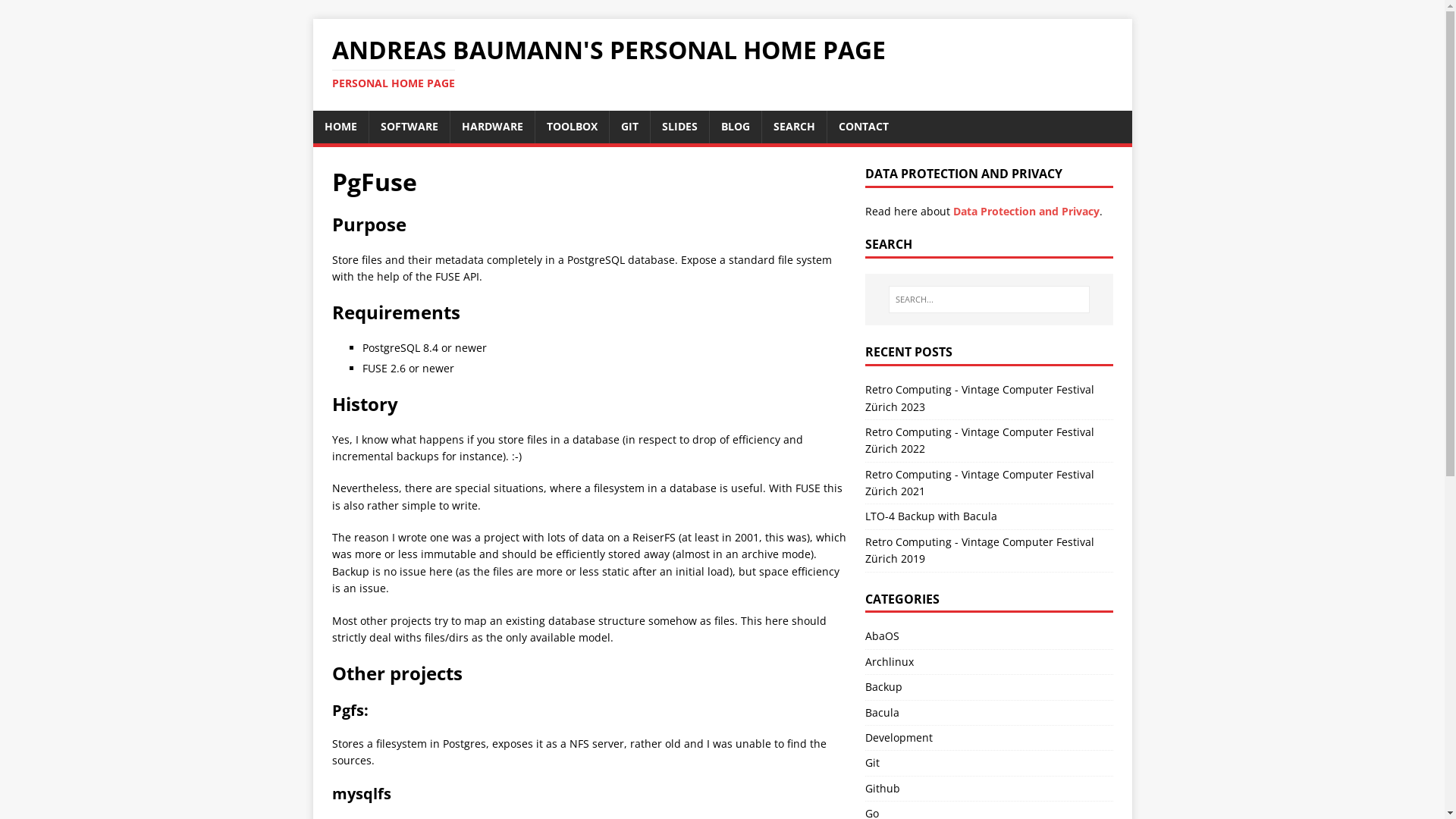 The height and width of the screenshot is (819, 1456). I want to click on 'CONTACT', so click(862, 125).